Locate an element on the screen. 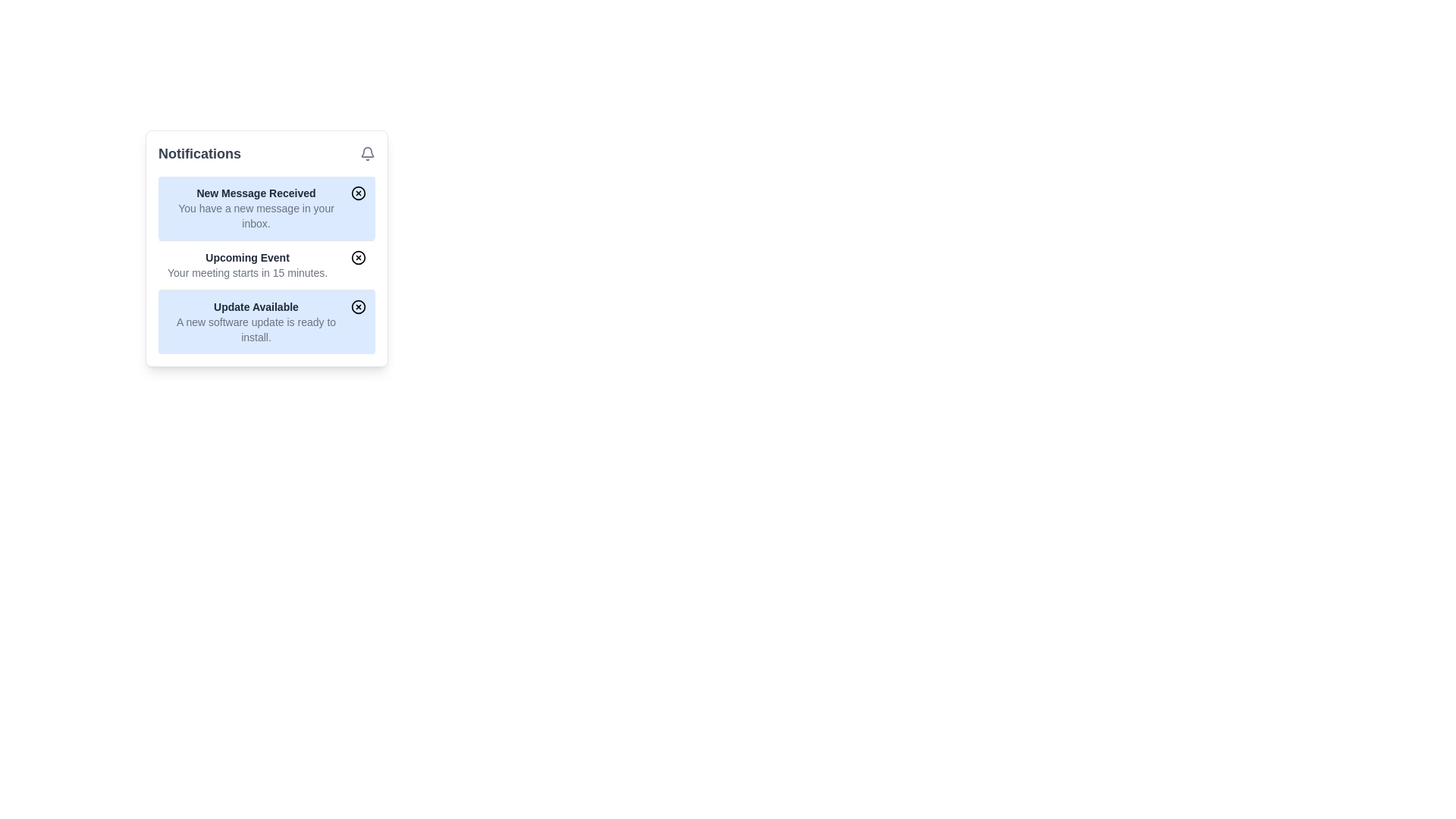  the close button located at the rightmost position of the 'Update Available' notification card is located at coordinates (358, 307).